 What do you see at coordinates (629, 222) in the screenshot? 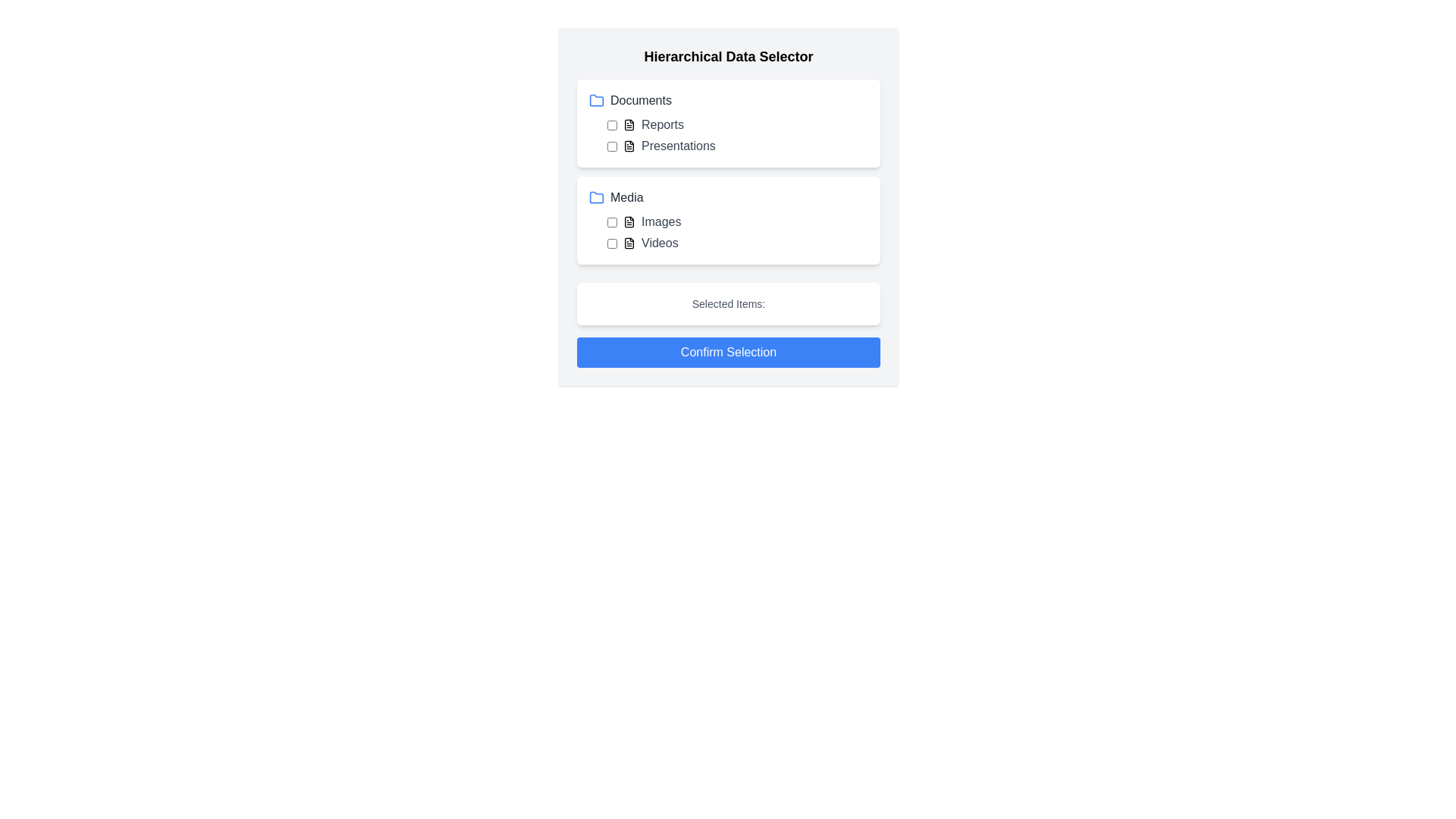
I see `the icon in the 'Media' section that visually indicates a document or file type, located to the left of the 'Images' label and to the right of a checkbox` at bounding box center [629, 222].